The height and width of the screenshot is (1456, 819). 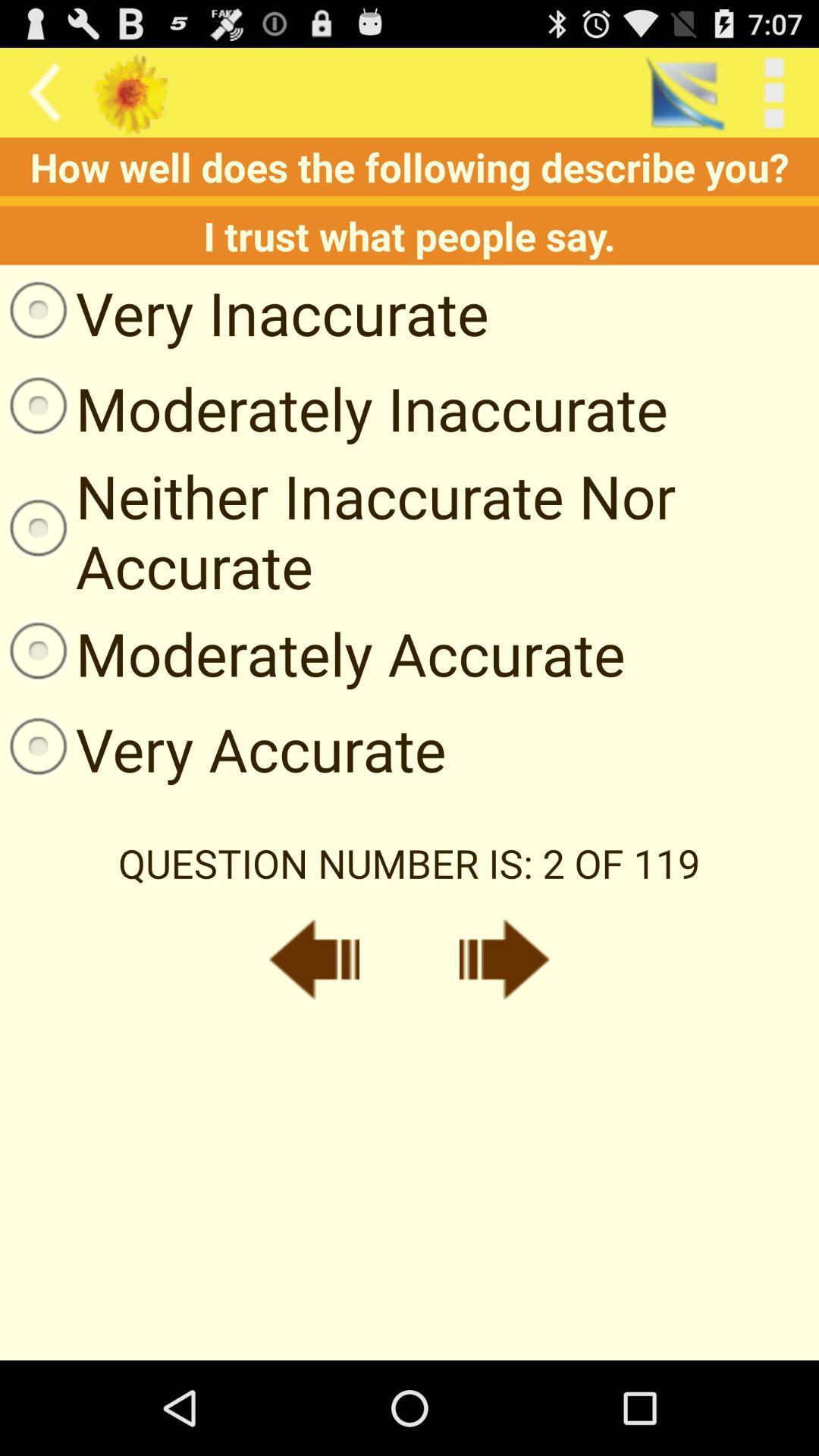 I want to click on the item above the question number is item, so click(x=223, y=748).